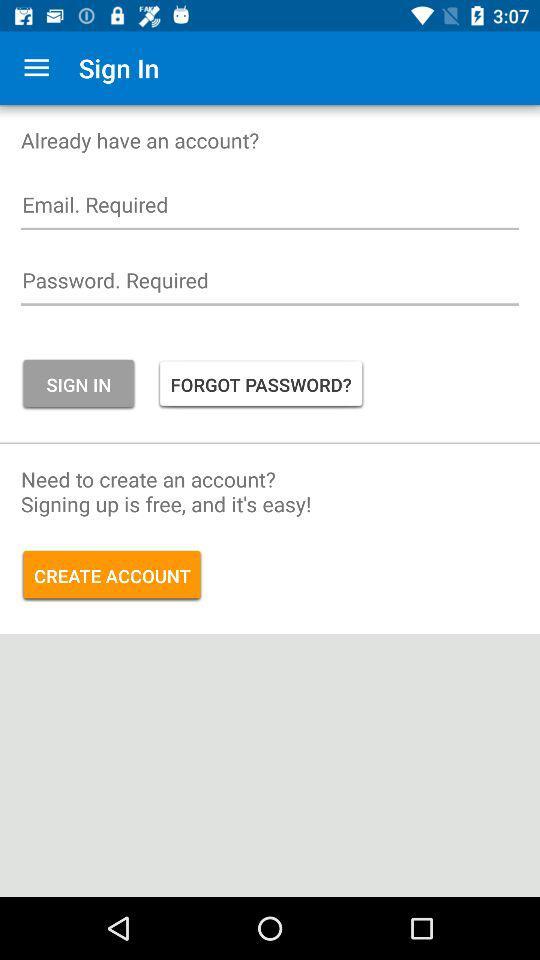 This screenshot has width=540, height=960. Describe the element at coordinates (36, 68) in the screenshot. I see `icon to the left of the sign in icon` at that location.